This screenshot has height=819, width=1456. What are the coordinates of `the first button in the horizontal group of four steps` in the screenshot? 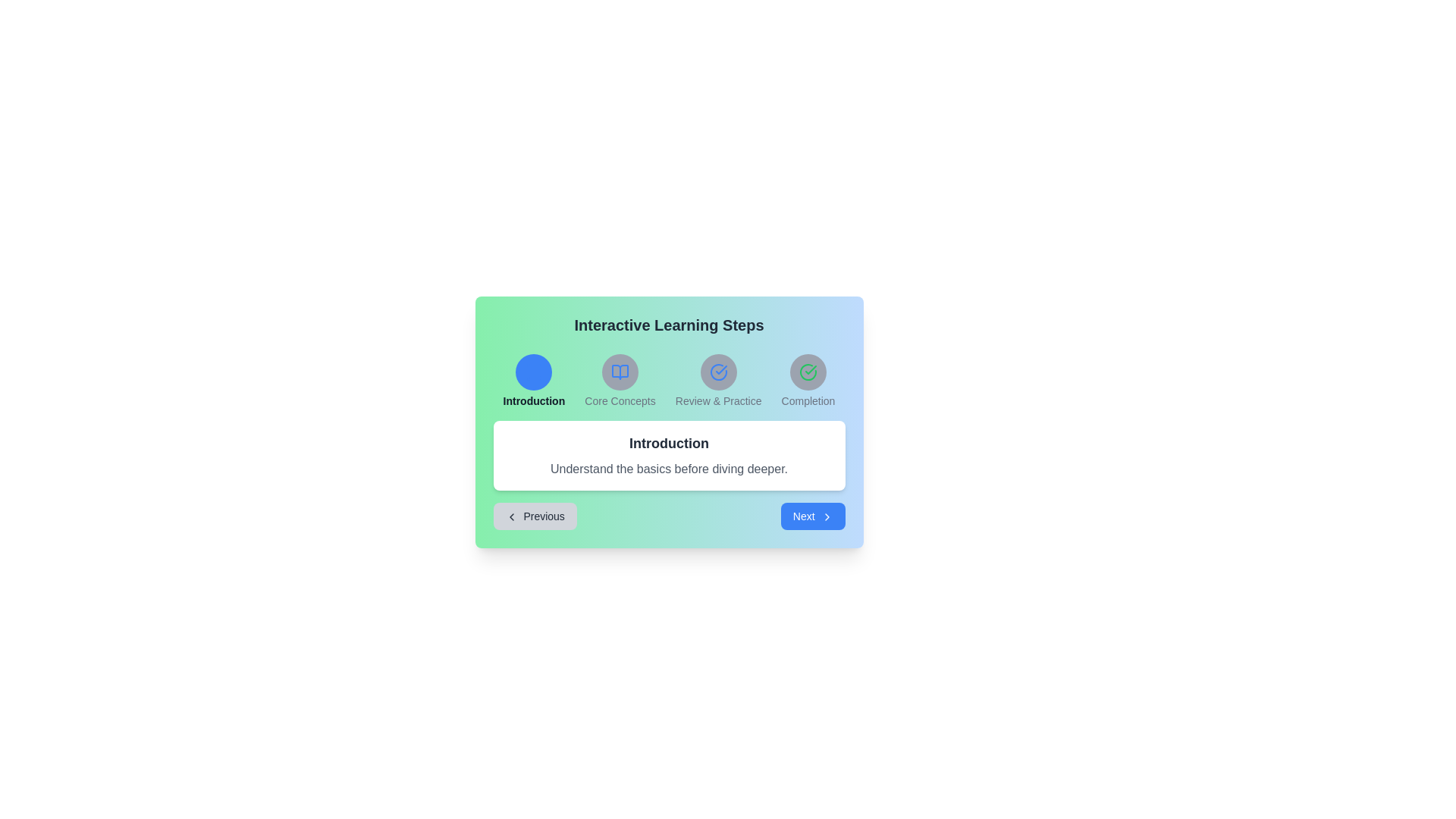 It's located at (534, 372).